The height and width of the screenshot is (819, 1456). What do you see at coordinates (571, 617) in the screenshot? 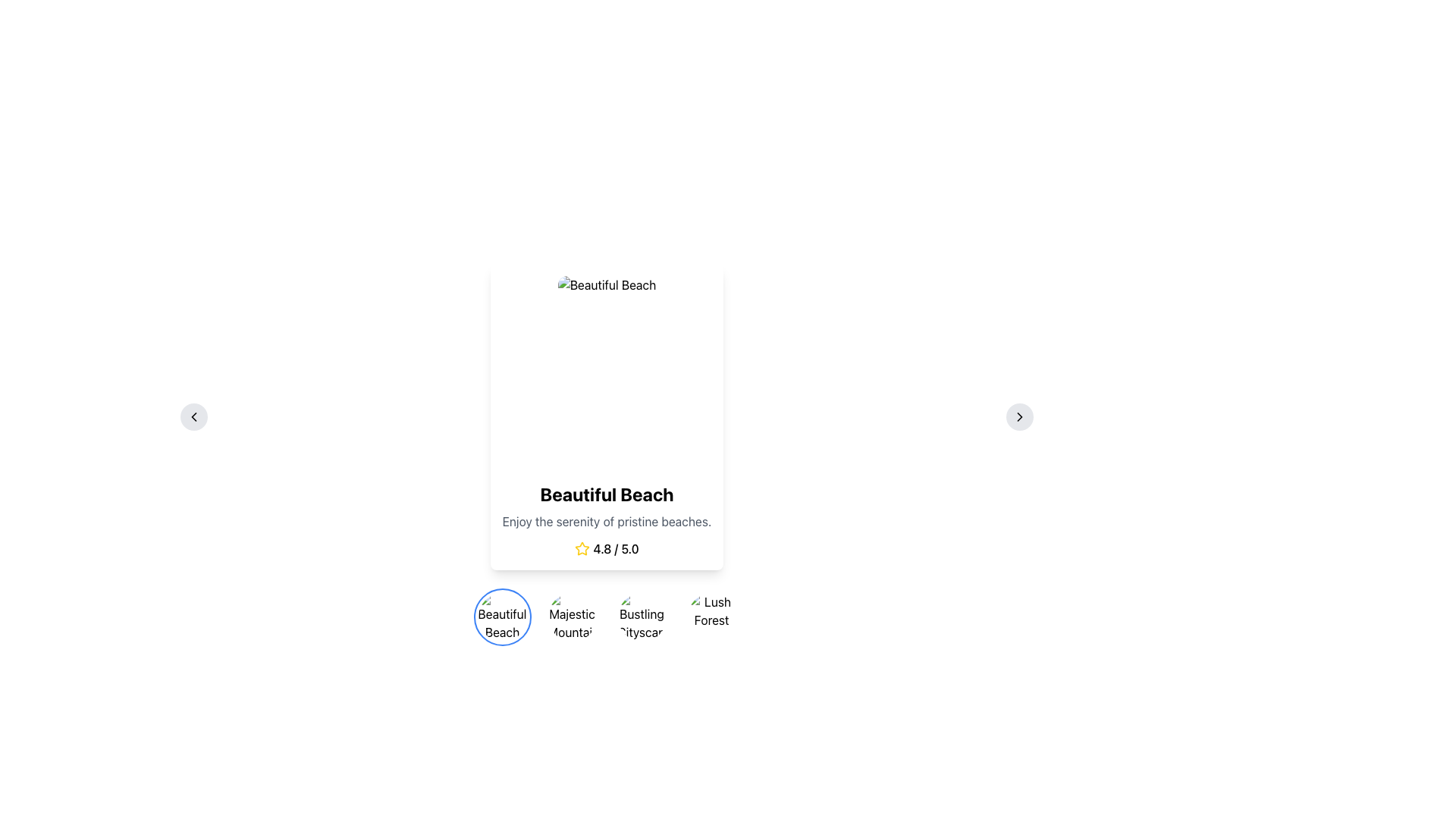
I see `the Selectable Button with an Icon representing 'Majestic Mountains'` at bounding box center [571, 617].